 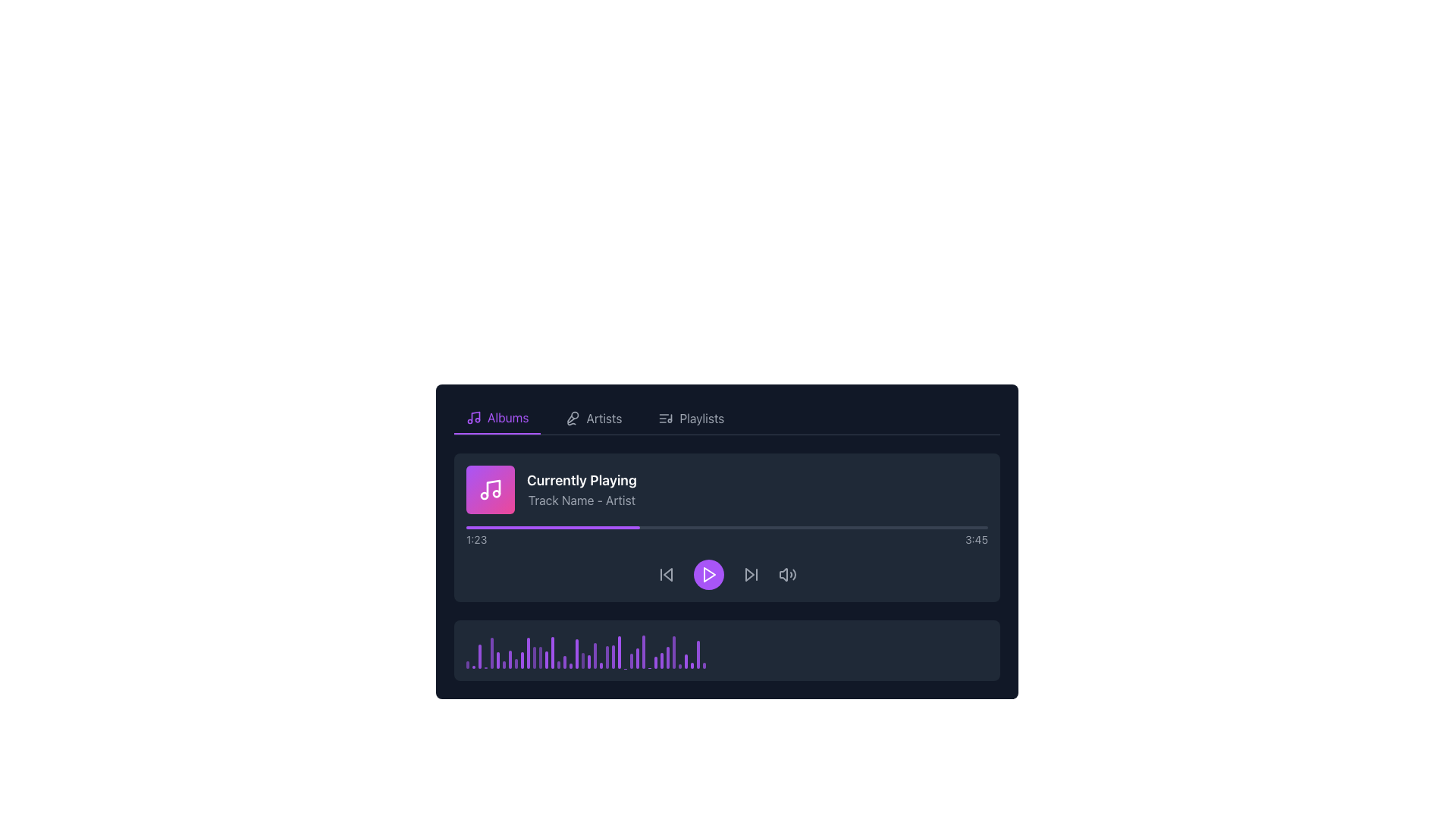 I want to click on the 6th vertical purple bar of the audio visualizer, which has rounded edges and is part of a series of similar bars at the bottom of the music player interface, so click(x=498, y=660).